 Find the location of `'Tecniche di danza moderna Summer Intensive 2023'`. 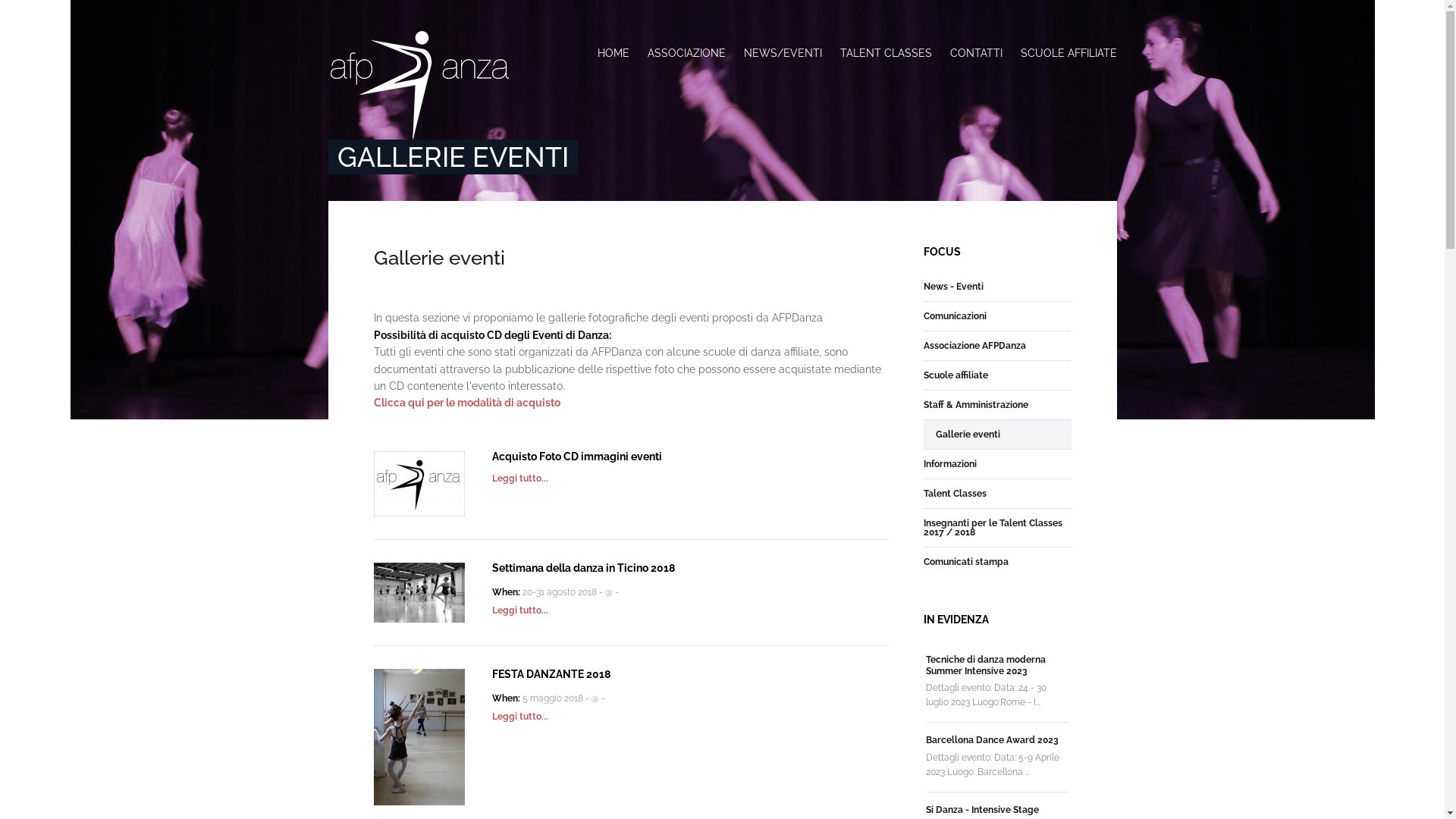

'Tecniche di danza moderna Summer Intensive 2023' is located at coordinates (986, 664).